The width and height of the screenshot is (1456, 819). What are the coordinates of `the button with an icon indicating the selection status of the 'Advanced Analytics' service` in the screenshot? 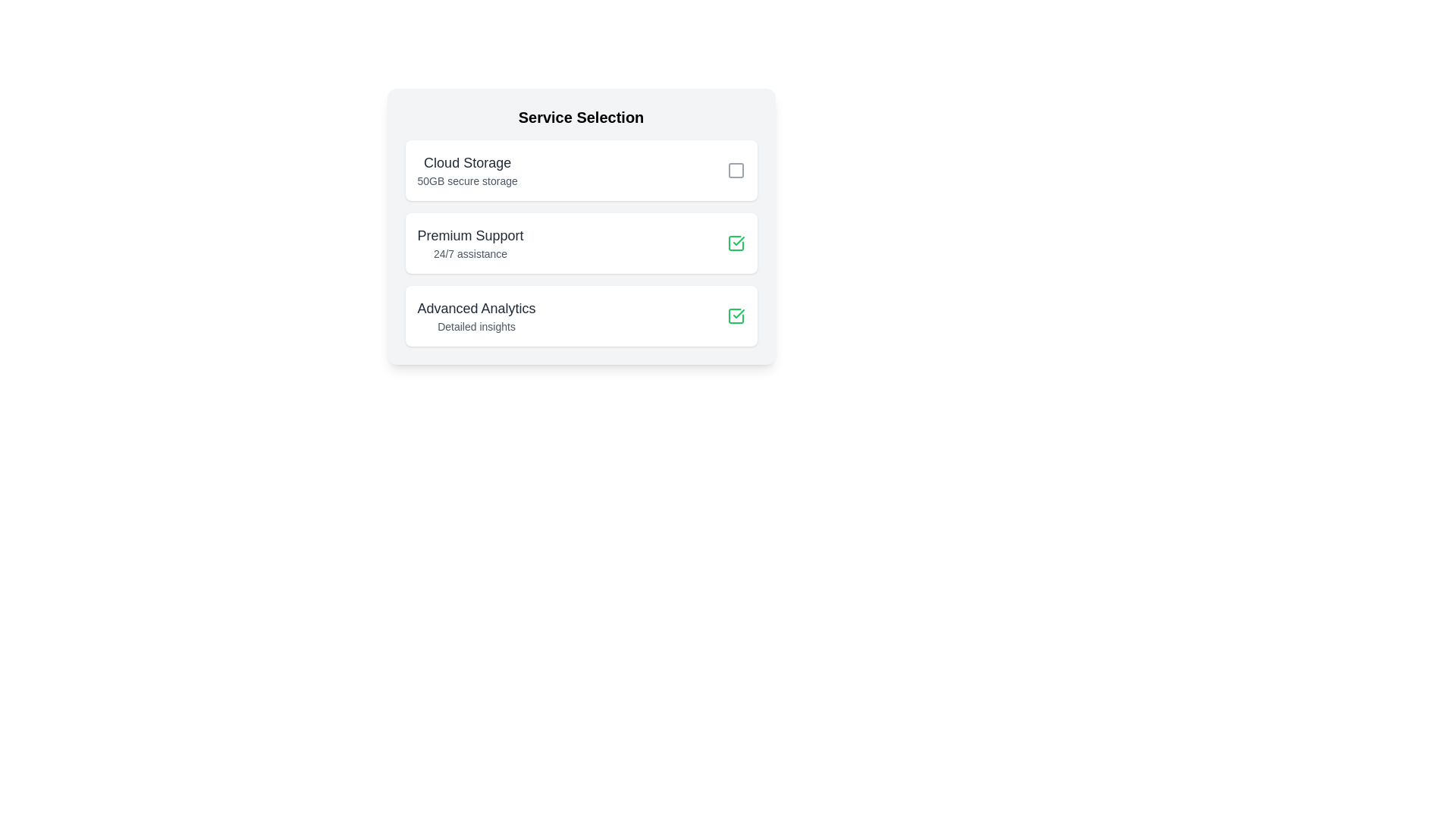 It's located at (736, 315).